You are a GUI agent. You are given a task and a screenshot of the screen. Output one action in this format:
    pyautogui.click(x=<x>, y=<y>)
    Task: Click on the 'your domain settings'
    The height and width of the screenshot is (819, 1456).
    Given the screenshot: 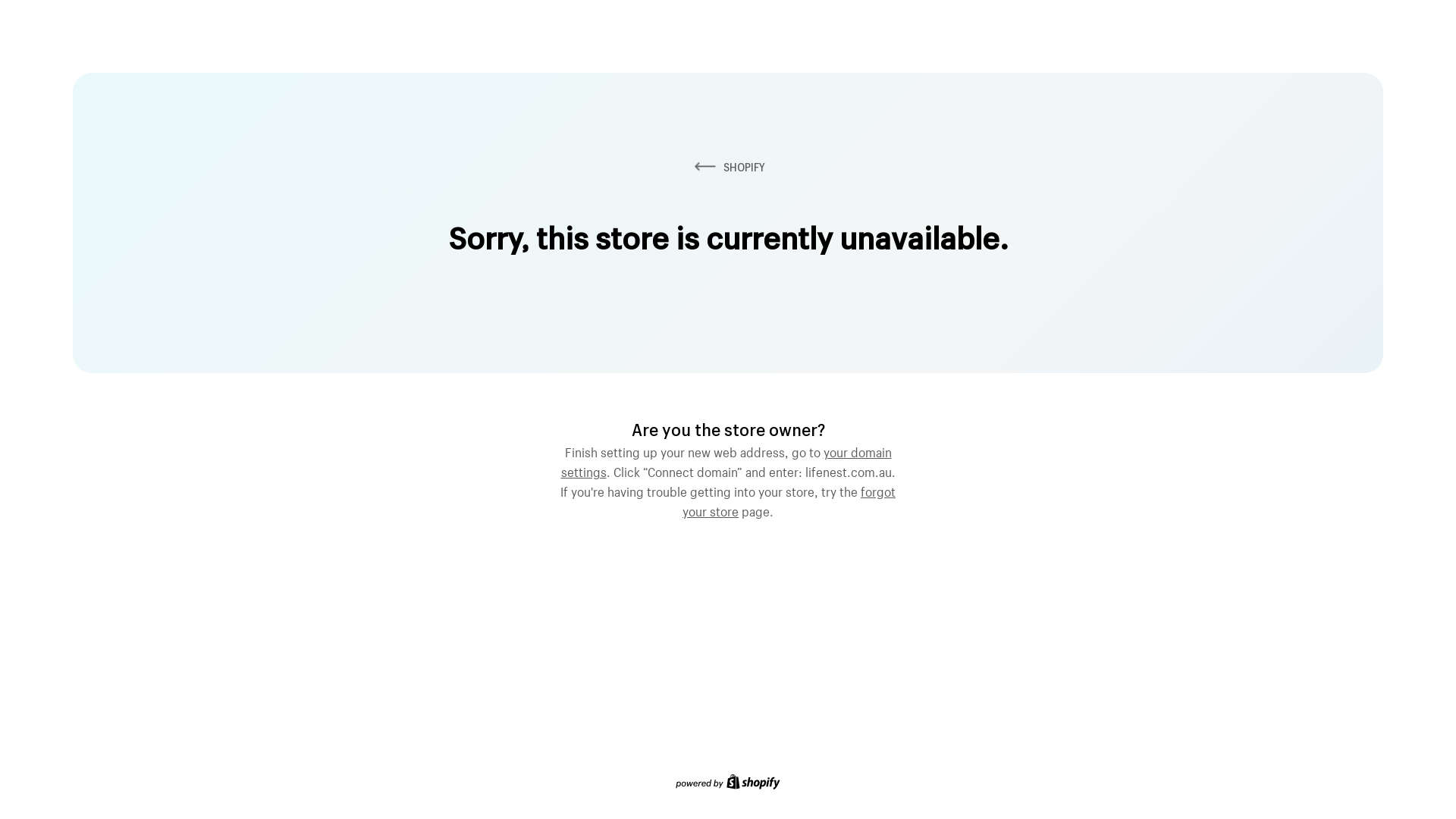 What is the action you would take?
    pyautogui.click(x=726, y=459)
    